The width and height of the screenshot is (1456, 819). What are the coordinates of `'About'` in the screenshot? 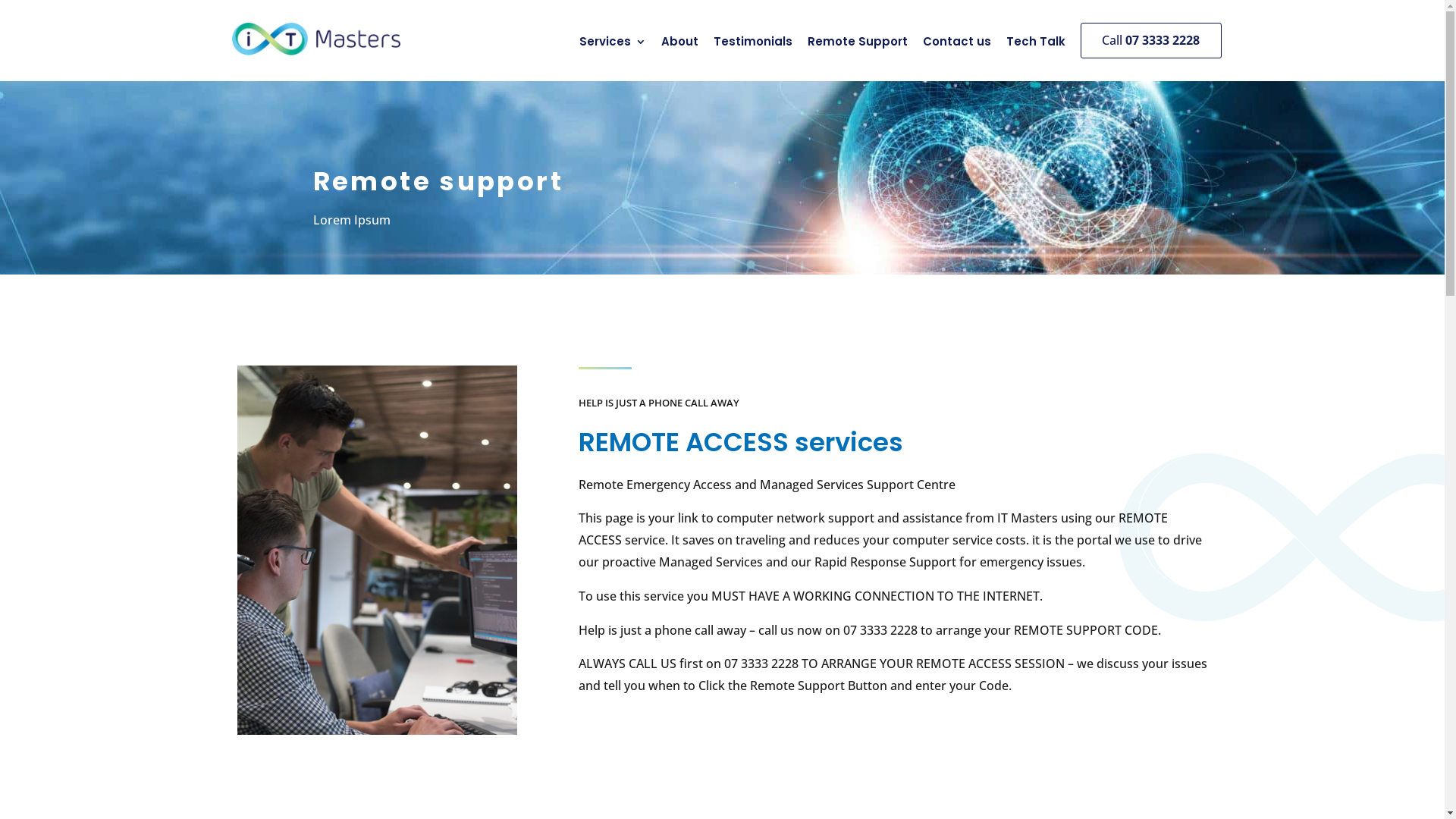 It's located at (651, 43).